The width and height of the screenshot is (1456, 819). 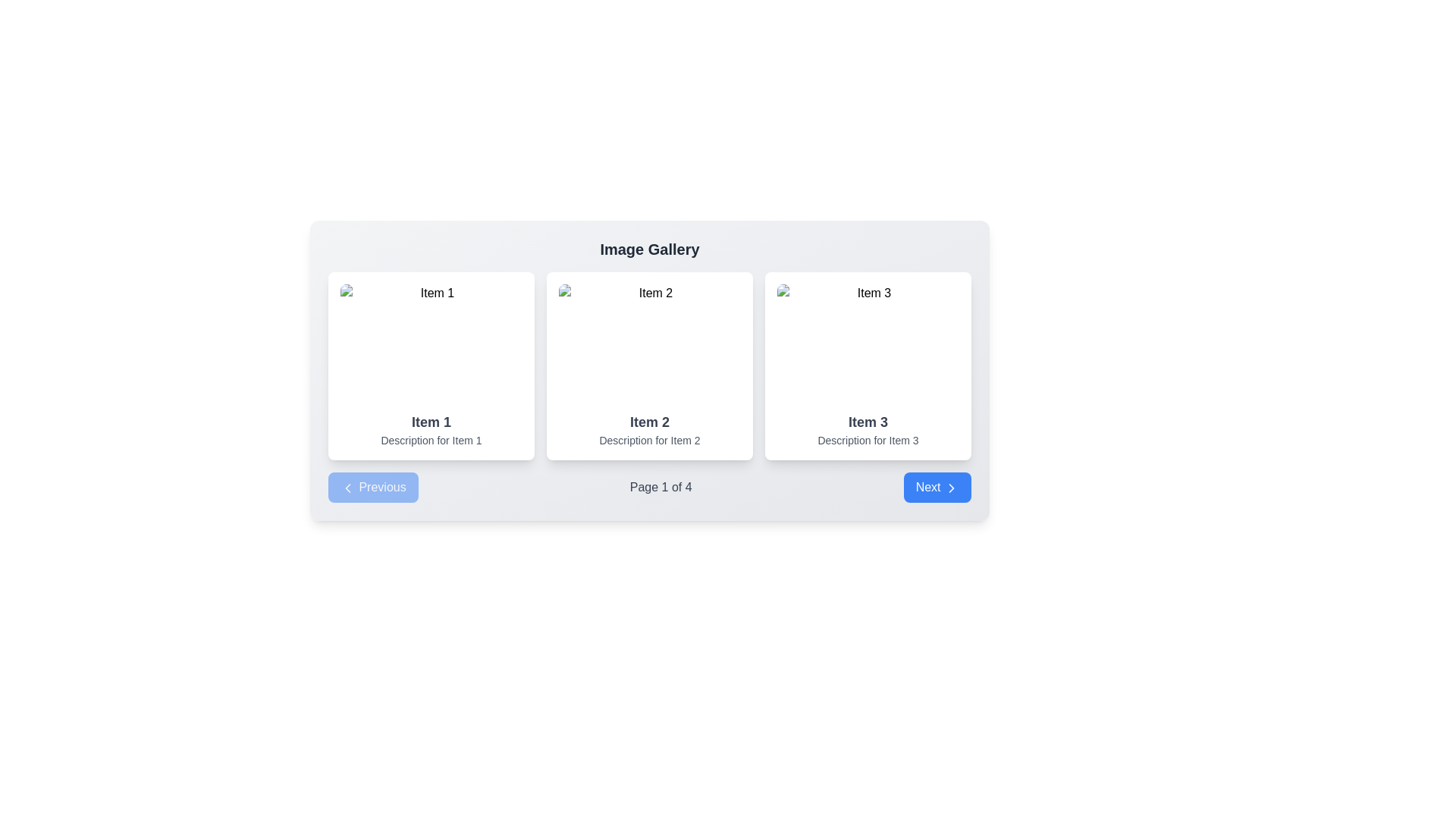 What do you see at coordinates (431, 441) in the screenshot?
I see `the non-interactive Text label providing information for 'Item 1', located at the bottom of the content area of the card in the 'Image Gallery' section` at bounding box center [431, 441].